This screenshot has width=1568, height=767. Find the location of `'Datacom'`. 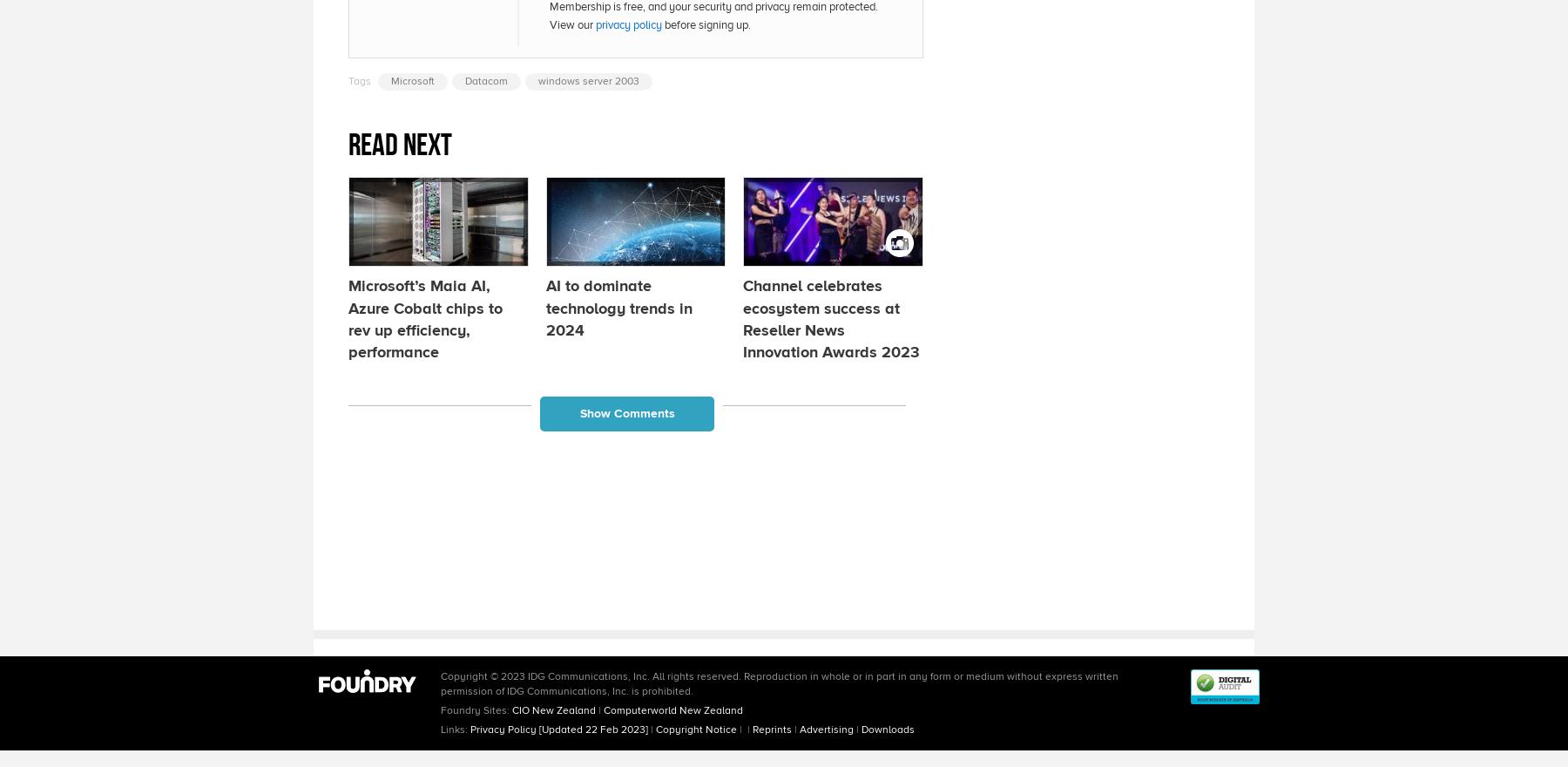

'Datacom' is located at coordinates (464, 79).